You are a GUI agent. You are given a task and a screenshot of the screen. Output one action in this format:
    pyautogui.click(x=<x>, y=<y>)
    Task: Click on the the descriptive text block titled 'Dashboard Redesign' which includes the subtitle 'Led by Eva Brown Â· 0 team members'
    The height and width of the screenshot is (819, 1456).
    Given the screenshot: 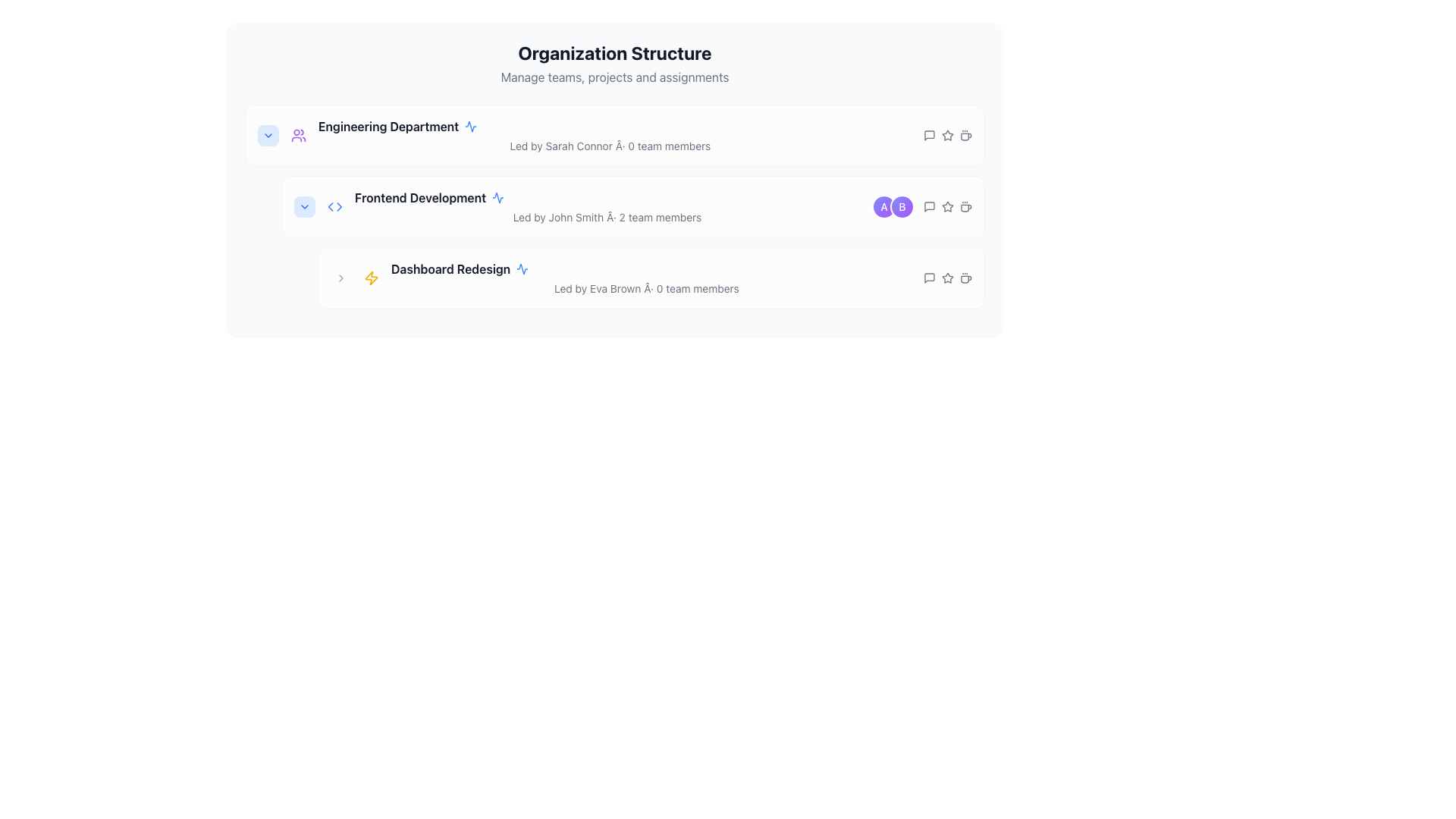 What is the action you would take?
    pyautogui.click(x=647, y=278)
    